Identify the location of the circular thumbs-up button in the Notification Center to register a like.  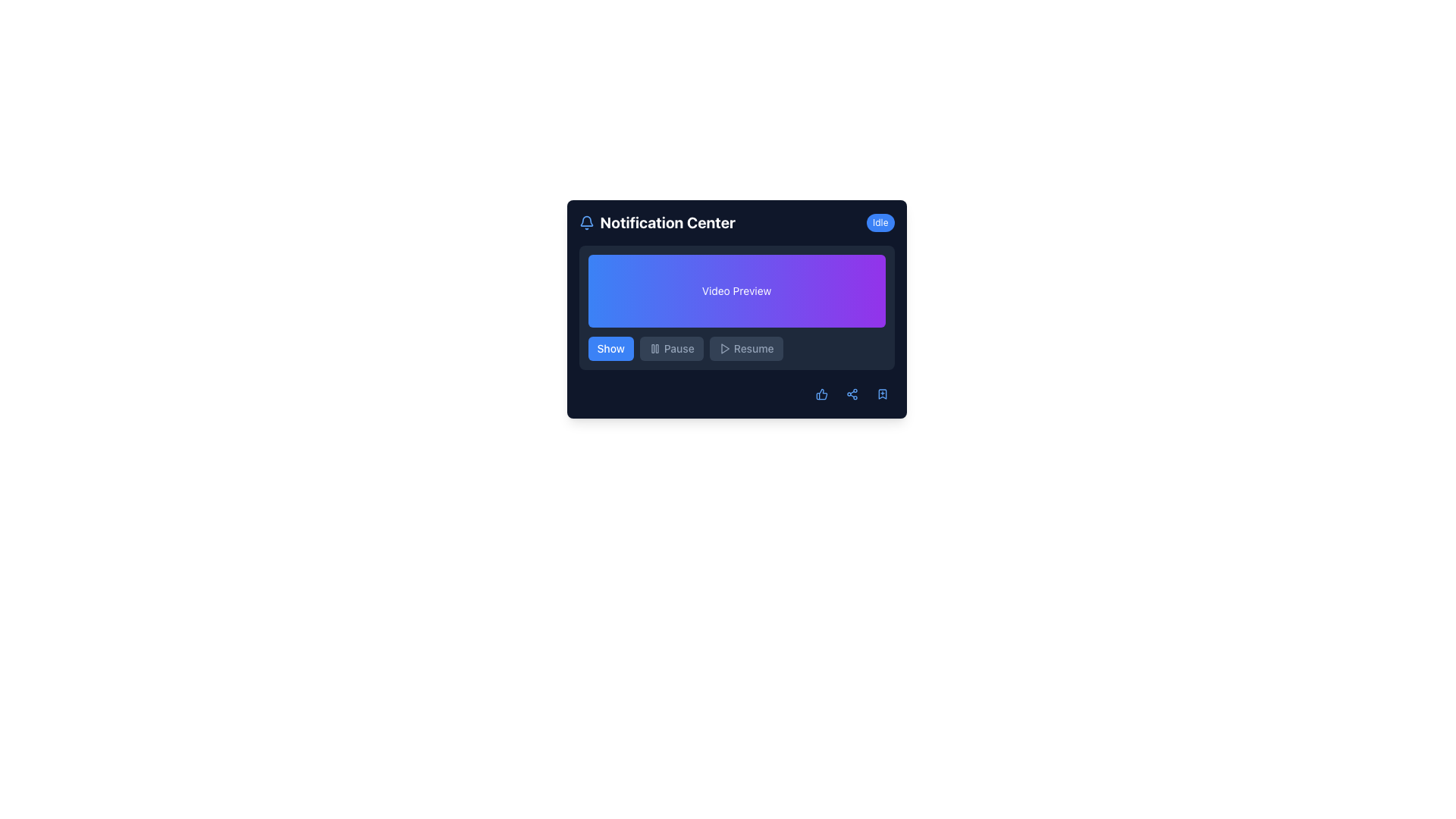
(821, 394).